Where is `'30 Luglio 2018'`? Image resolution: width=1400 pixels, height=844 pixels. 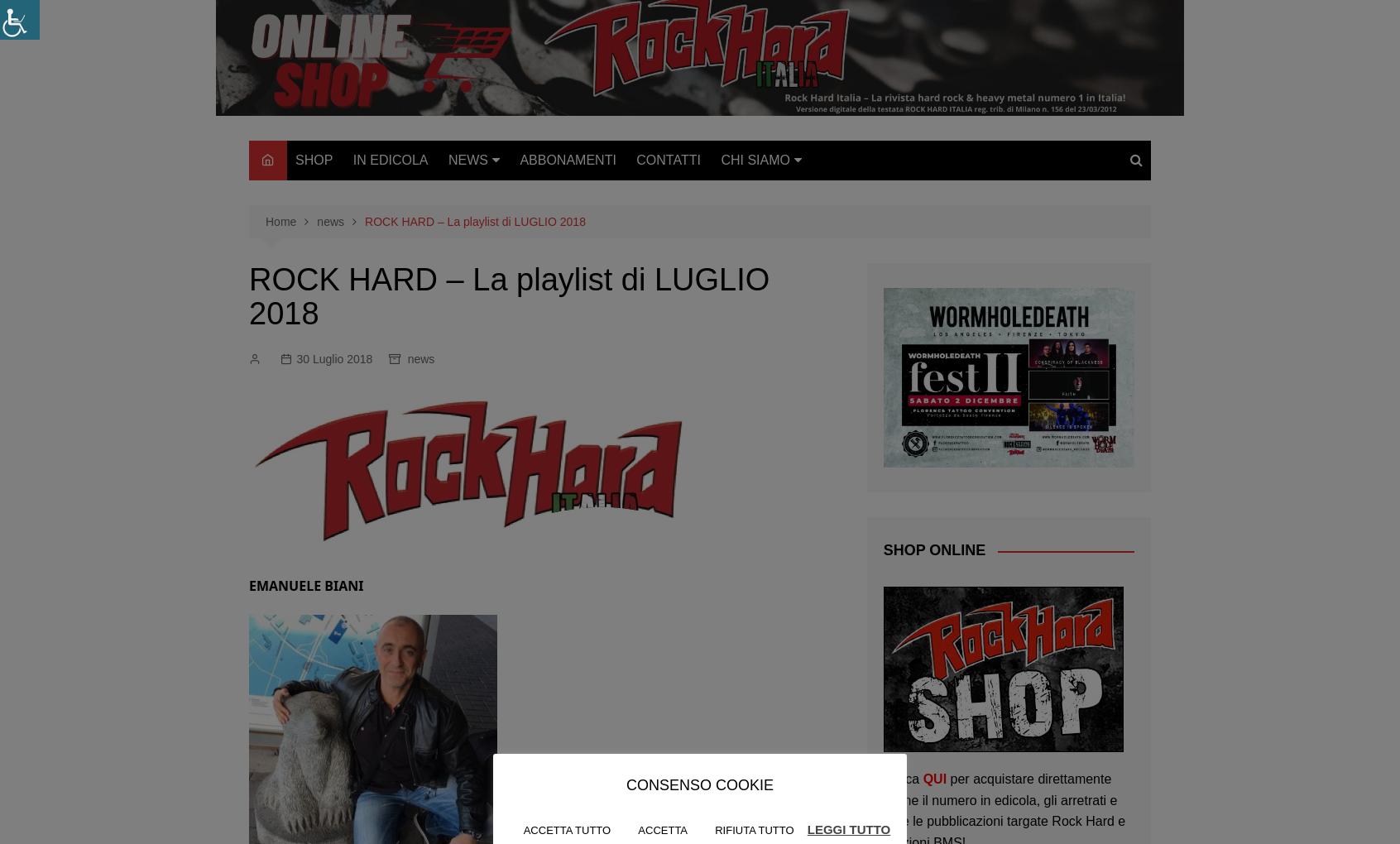
'30 Luglio 2018' is located at coordinates (296, 358).